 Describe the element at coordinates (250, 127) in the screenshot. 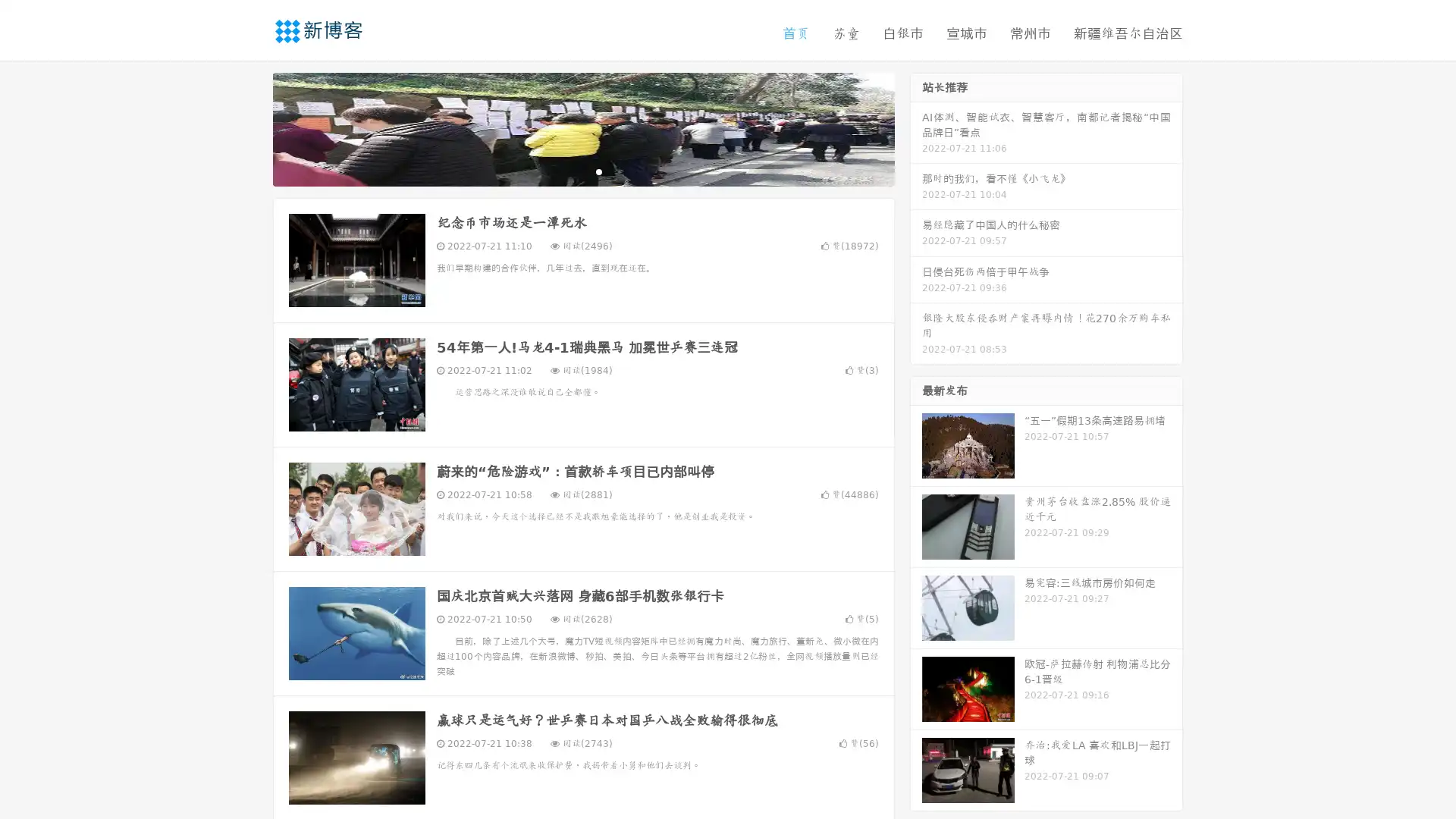

I see `Previous slide` at that location.